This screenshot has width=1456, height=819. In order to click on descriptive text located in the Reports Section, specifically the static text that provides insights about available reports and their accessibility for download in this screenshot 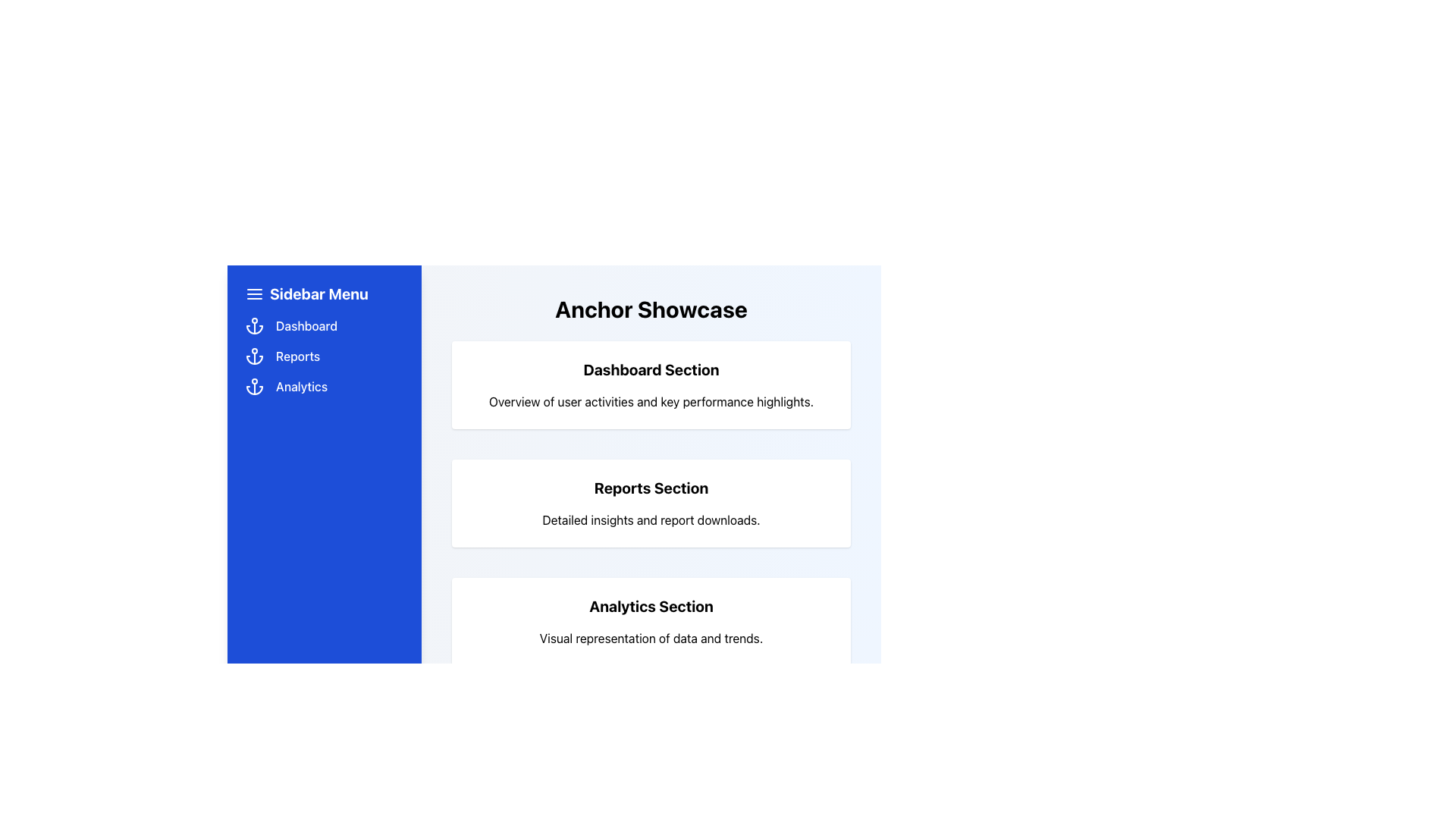, I will do `click(651, 519)`.